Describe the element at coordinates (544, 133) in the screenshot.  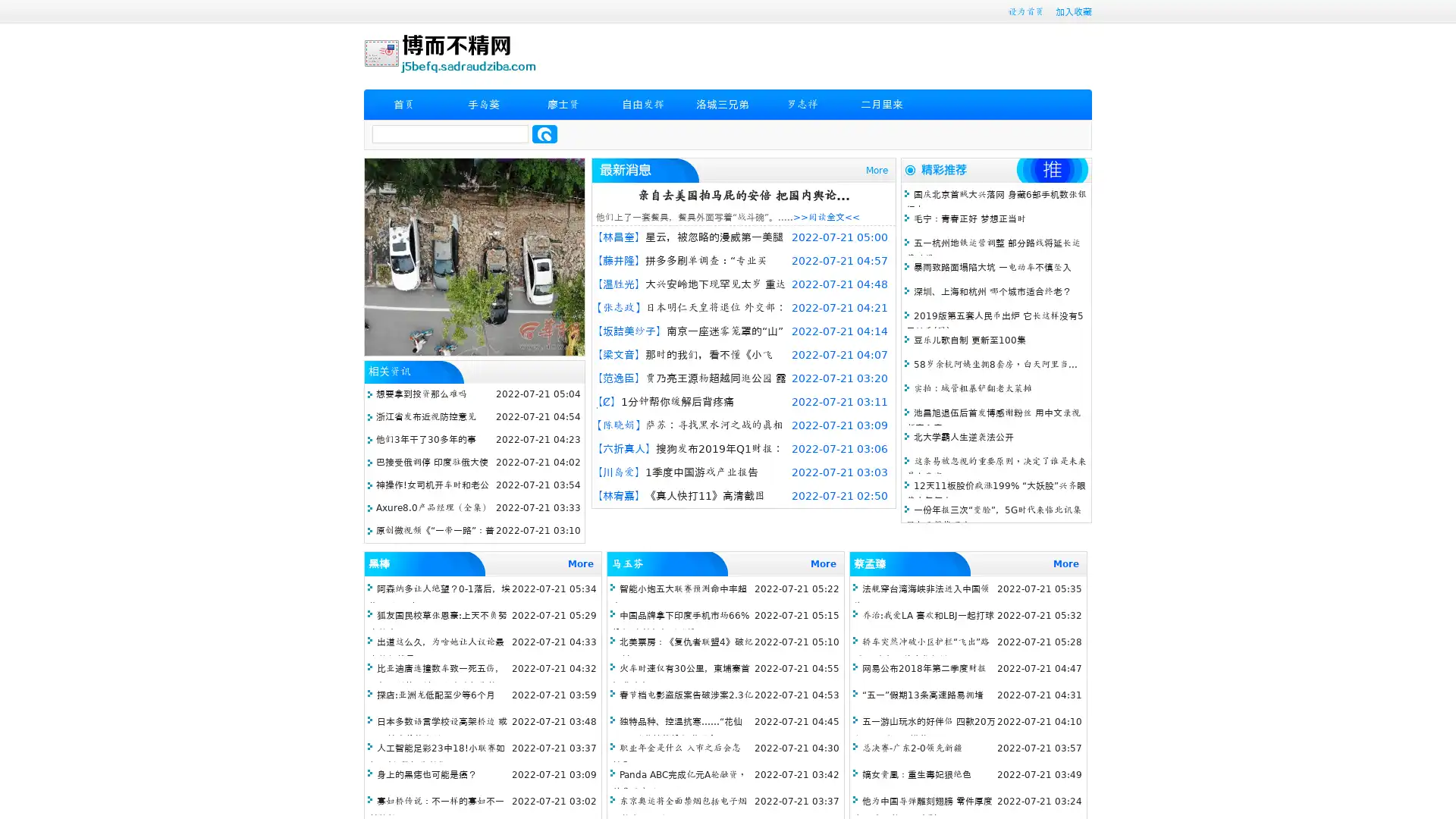
I see `Search` at that location.